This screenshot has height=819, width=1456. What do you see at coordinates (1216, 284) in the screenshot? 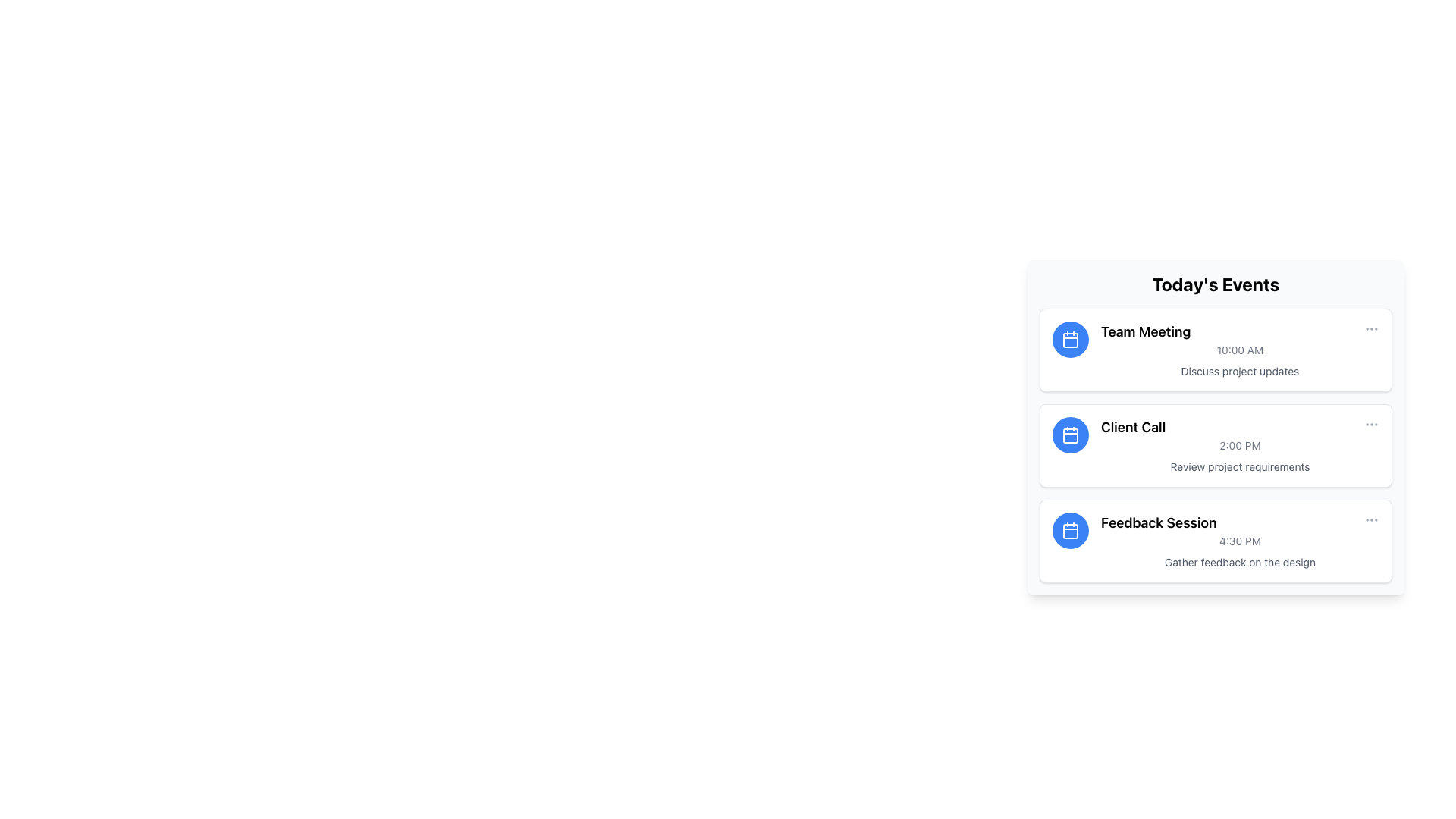
I see `the text header that says 'Today's Events', which is styled in bold and large font, located at the top of the information card` at bounding box center [1216, 284].